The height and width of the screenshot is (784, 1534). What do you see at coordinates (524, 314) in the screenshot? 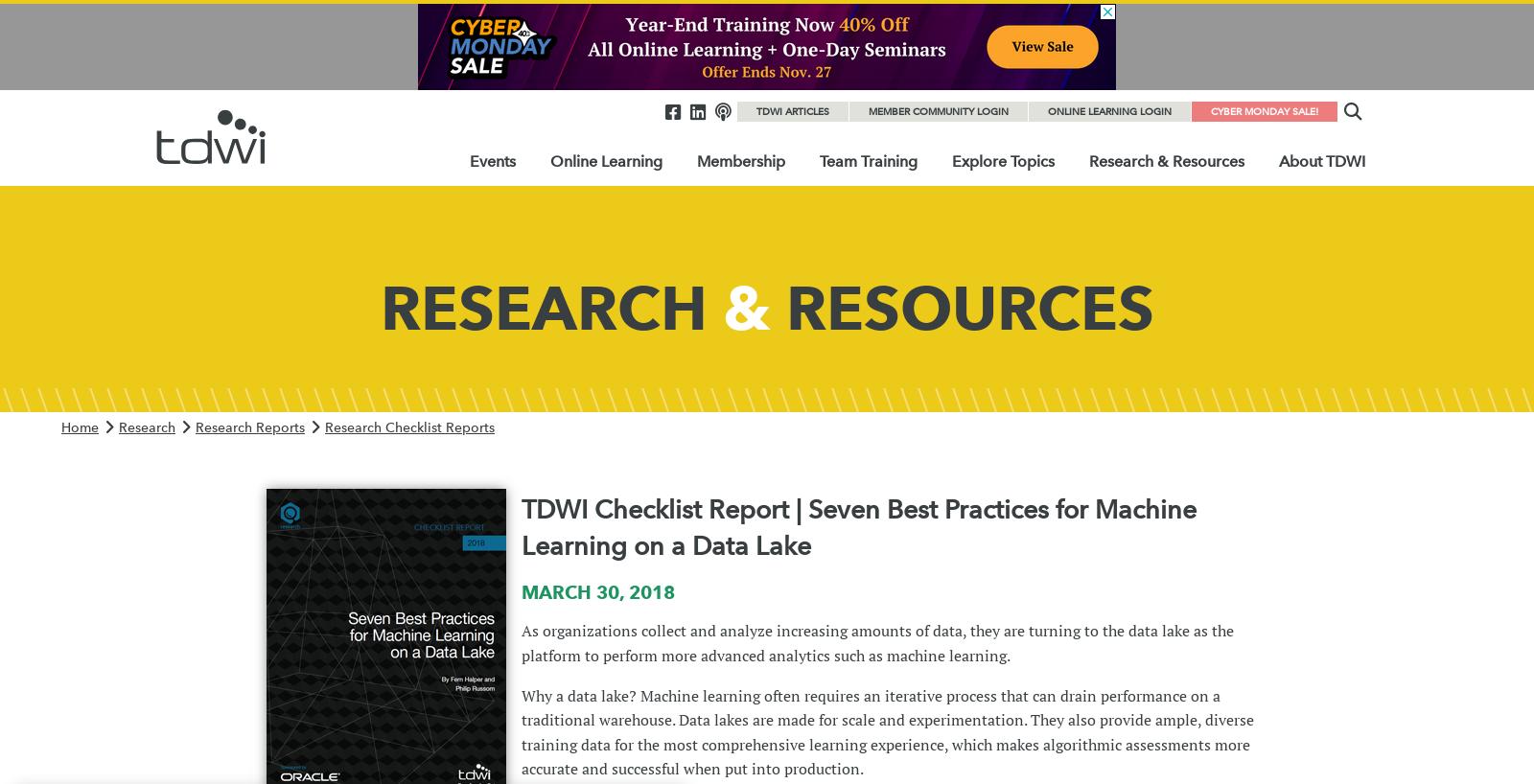
I see `'Event Calendar'` at bounding box center [524, 314].